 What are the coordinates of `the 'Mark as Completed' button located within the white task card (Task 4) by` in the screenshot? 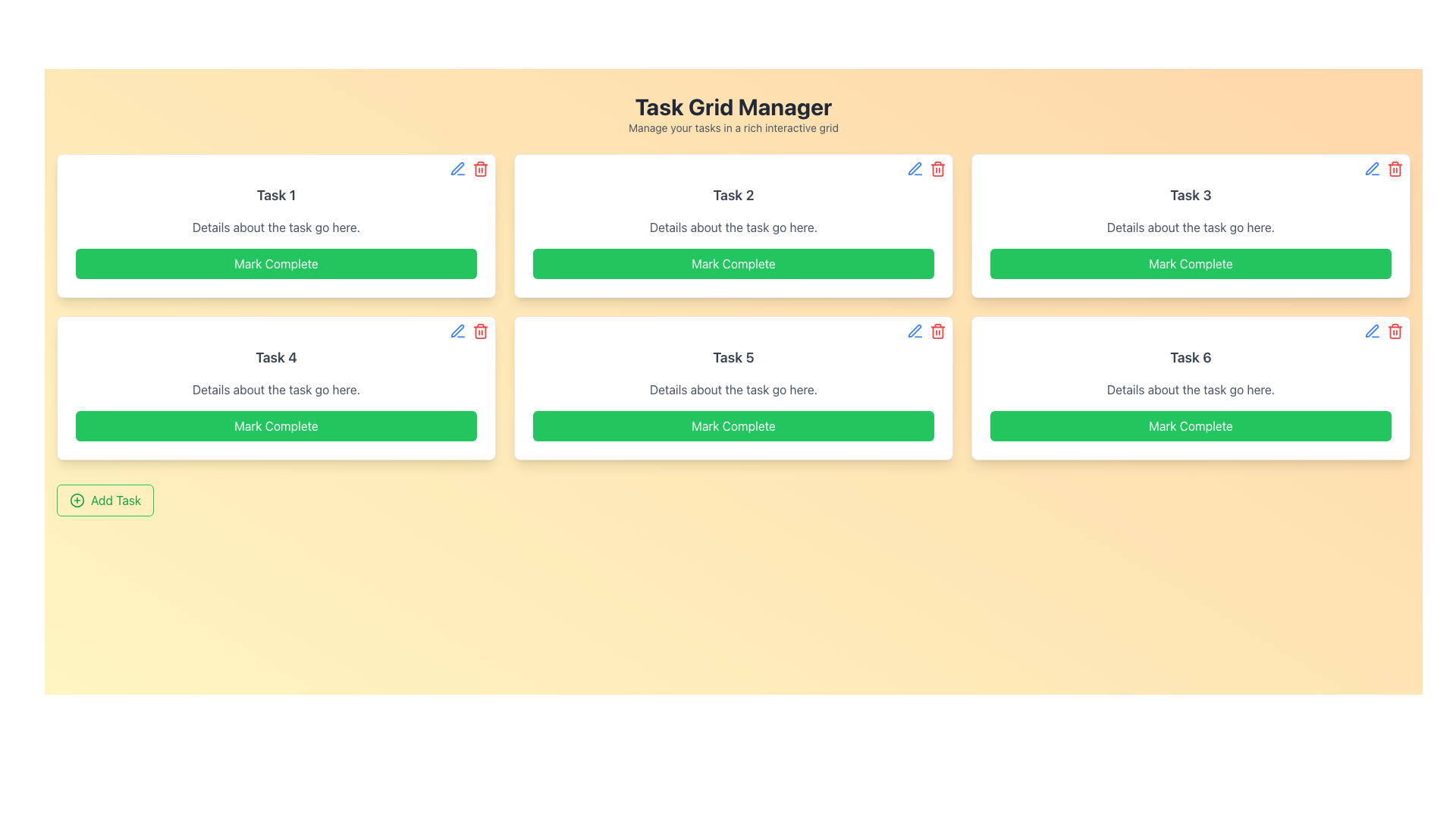 It's located at (276, 426).